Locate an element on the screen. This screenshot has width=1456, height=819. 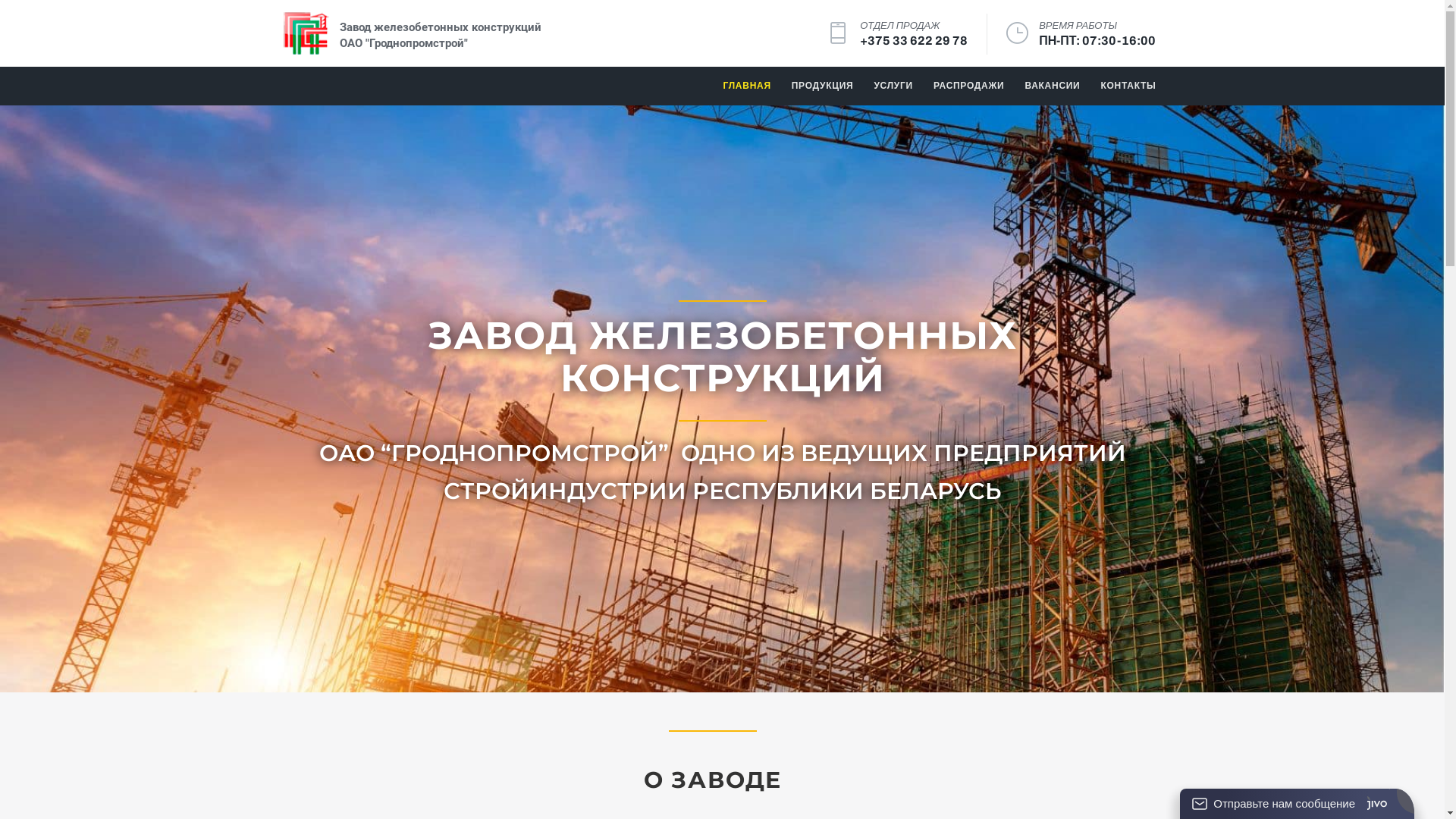
'+375 33 622 29 78' is located at coordinates (912, 40).